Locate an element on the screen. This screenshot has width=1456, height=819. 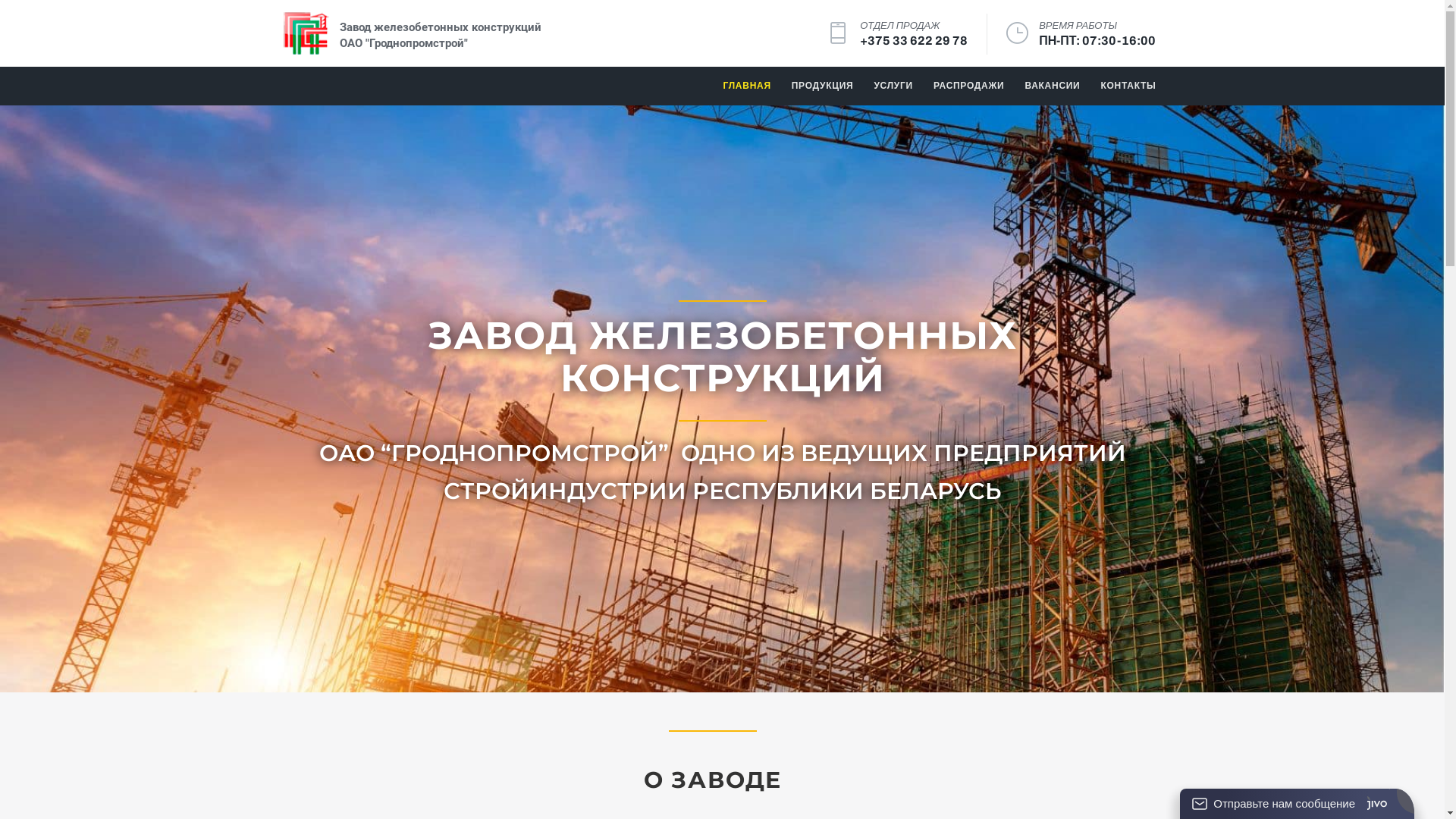
'+375 33 622 29 78' is located at coordinates (912, 40).